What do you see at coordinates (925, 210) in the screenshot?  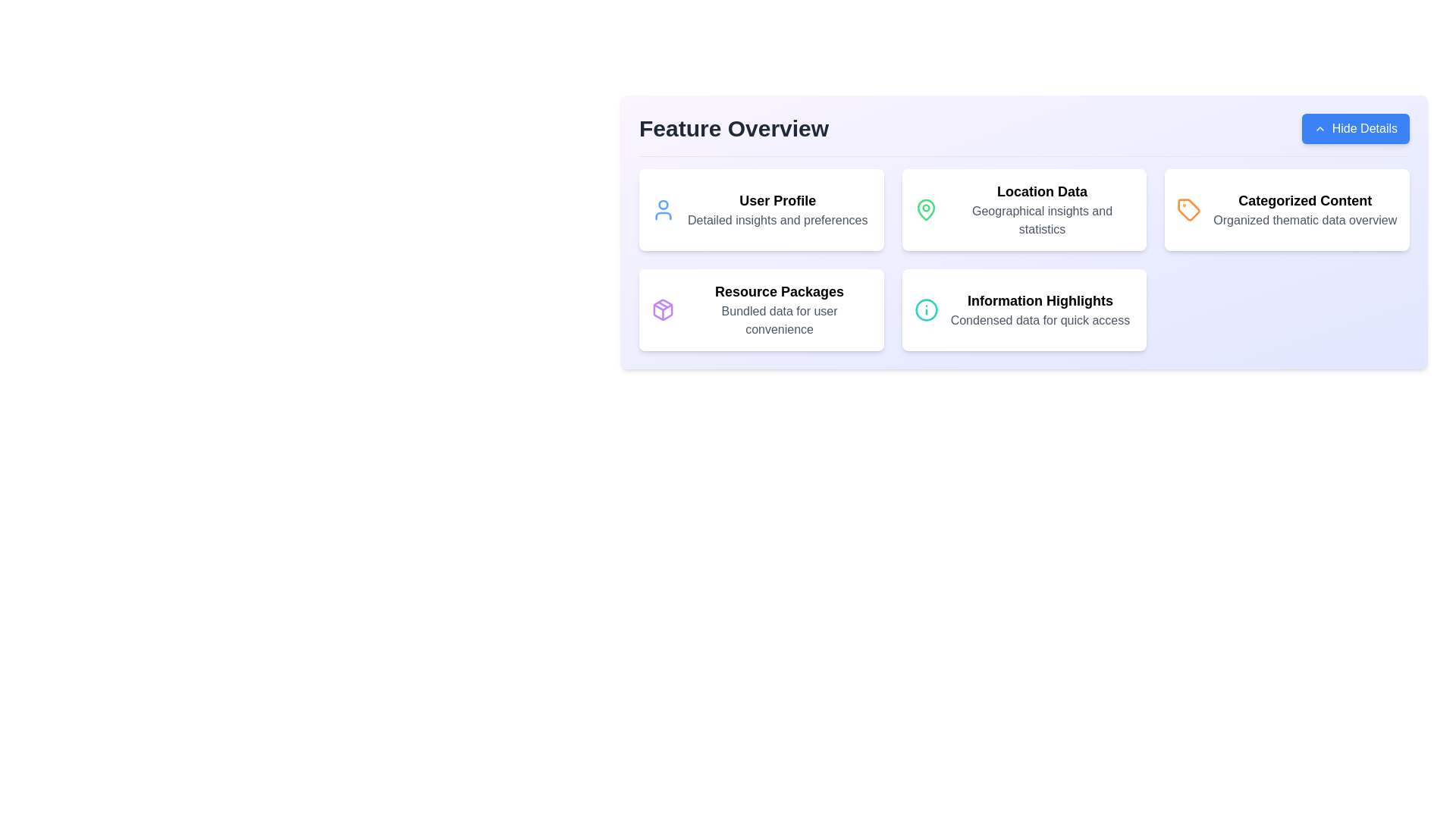 I see `the map pin icon with a green outline located on the left side of the 'Location Data' card in the feature grid` at bounding box center [925, 210].